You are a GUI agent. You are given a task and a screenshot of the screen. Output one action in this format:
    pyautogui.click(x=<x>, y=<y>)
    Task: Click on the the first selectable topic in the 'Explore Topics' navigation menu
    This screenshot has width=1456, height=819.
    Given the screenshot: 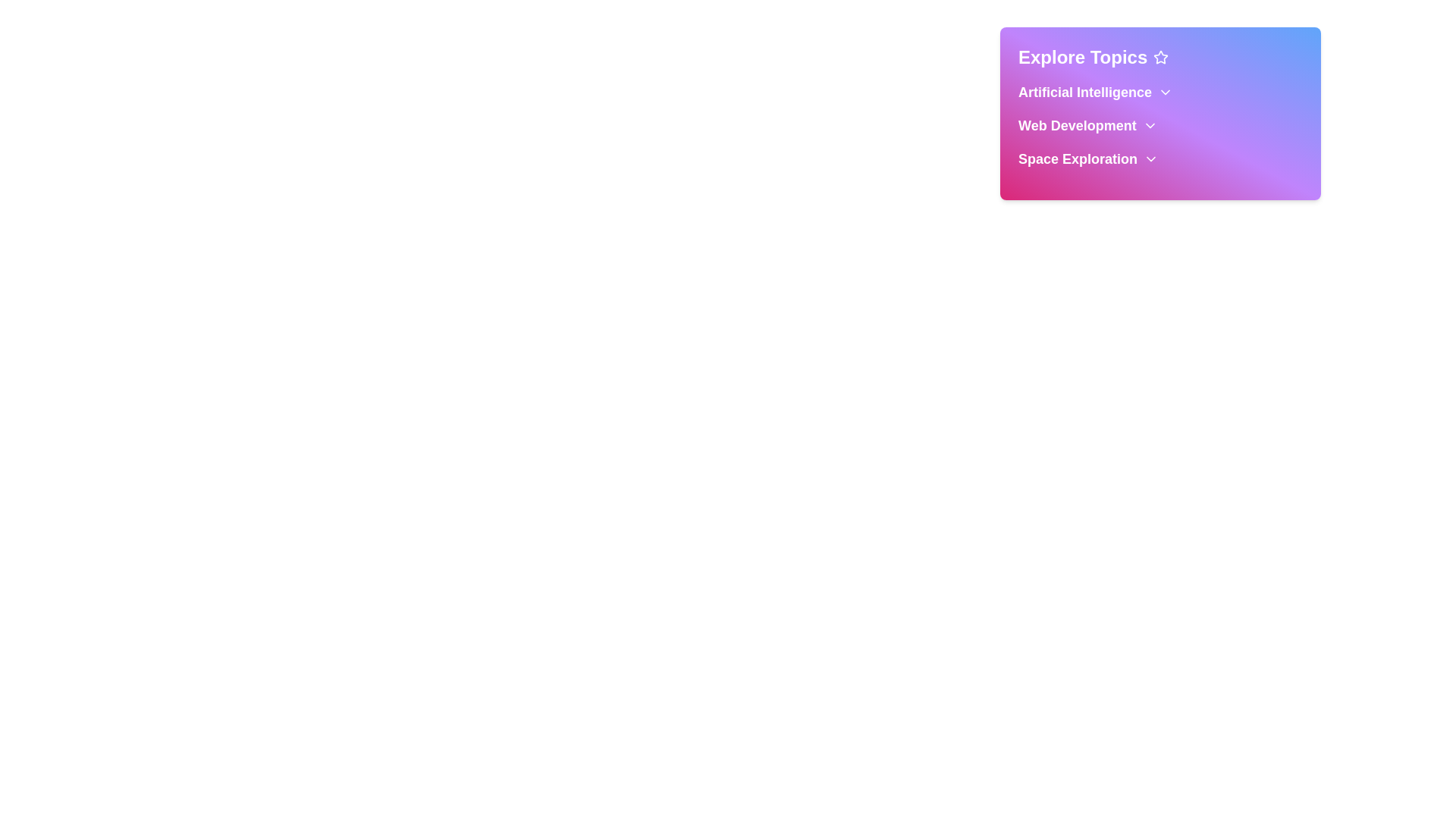 What is the action you would take?
    pyautogui.click(x=1084, y=93)
    